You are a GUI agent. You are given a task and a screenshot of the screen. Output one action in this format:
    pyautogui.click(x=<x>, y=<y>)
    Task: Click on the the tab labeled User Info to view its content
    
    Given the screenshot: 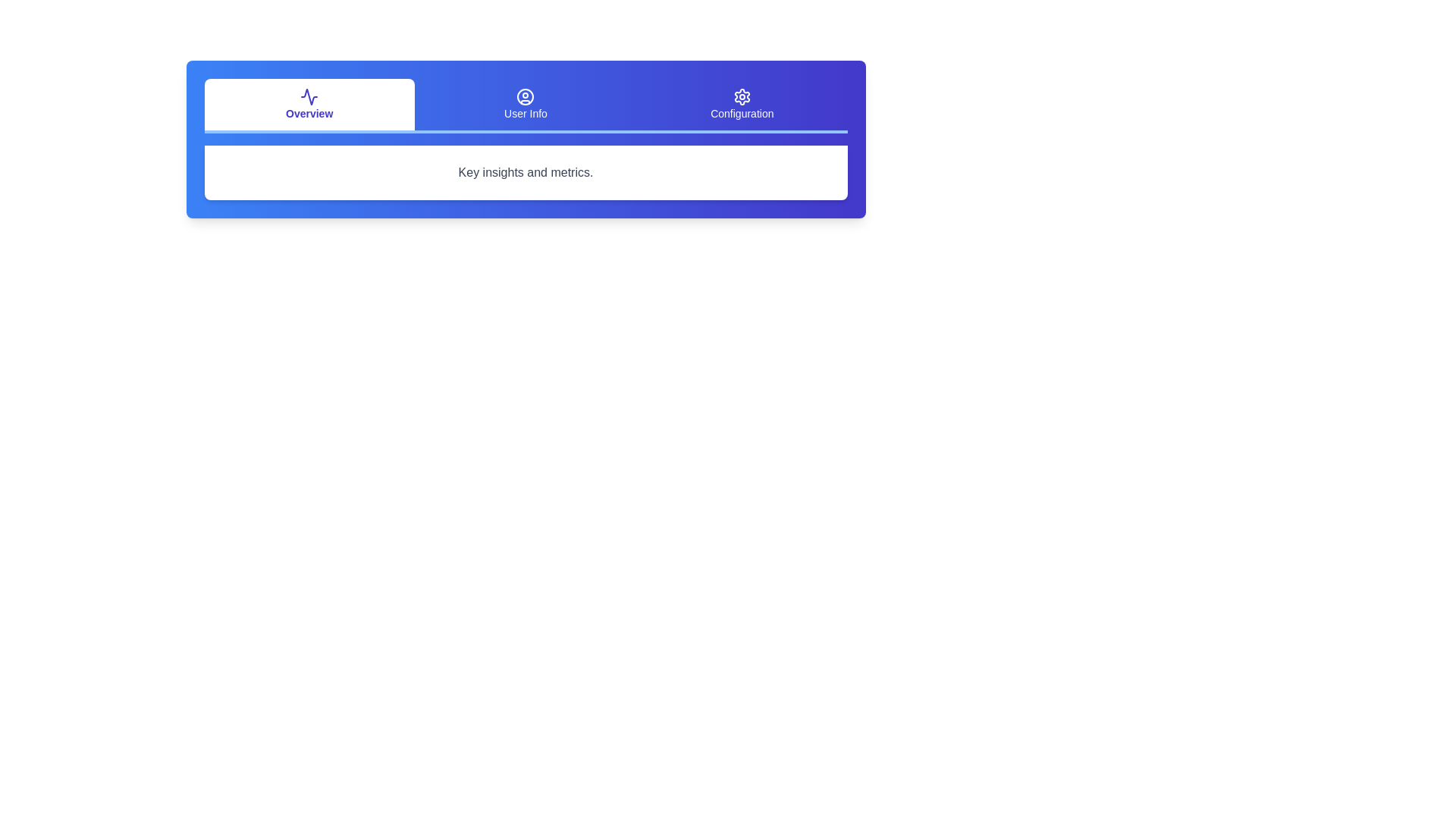 What is the action you would take?
    pyautogui.click(x=526, y=104)
    